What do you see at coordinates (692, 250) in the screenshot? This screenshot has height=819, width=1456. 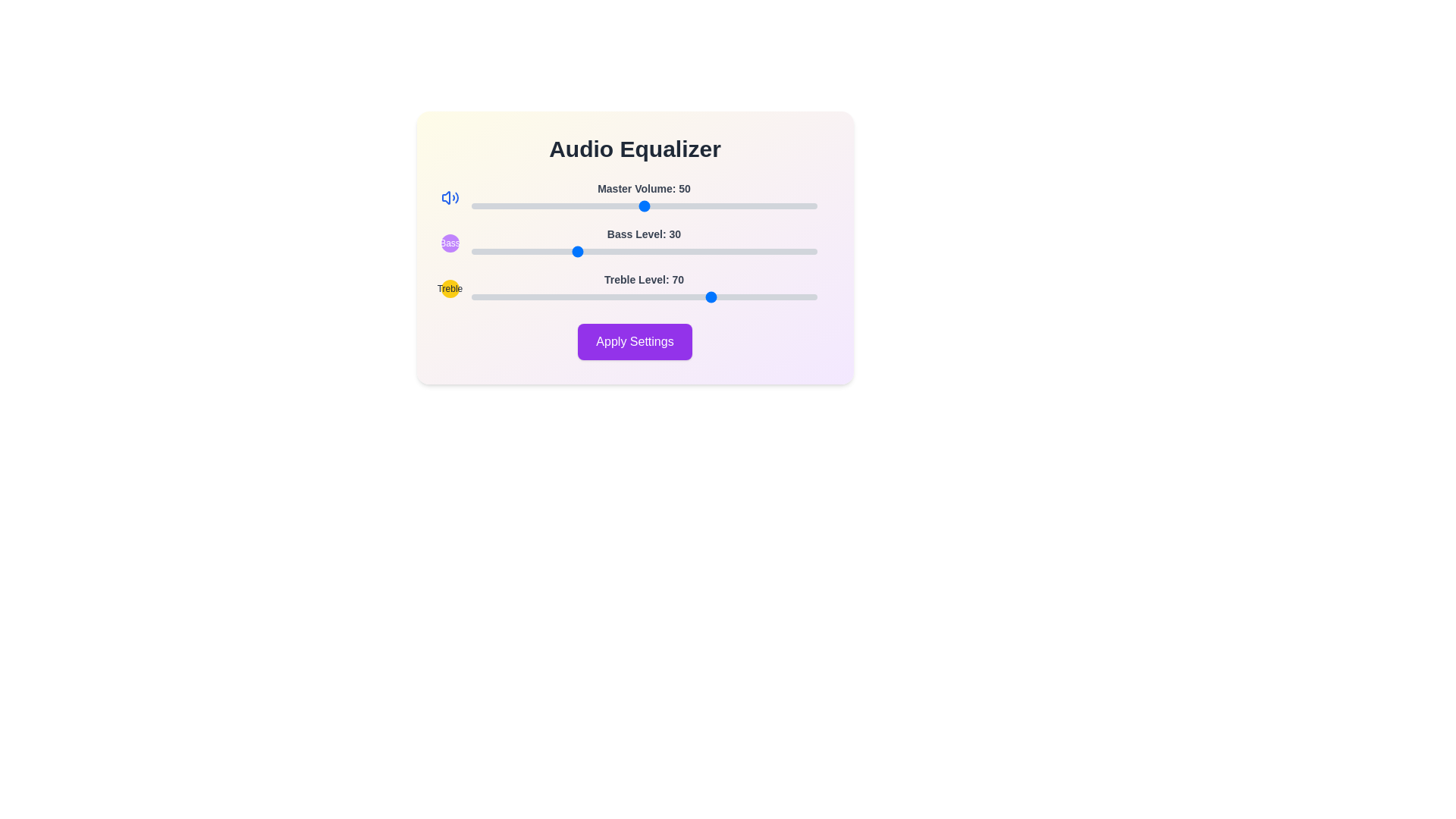 I see `bass level` at bounding box center [692, 250].